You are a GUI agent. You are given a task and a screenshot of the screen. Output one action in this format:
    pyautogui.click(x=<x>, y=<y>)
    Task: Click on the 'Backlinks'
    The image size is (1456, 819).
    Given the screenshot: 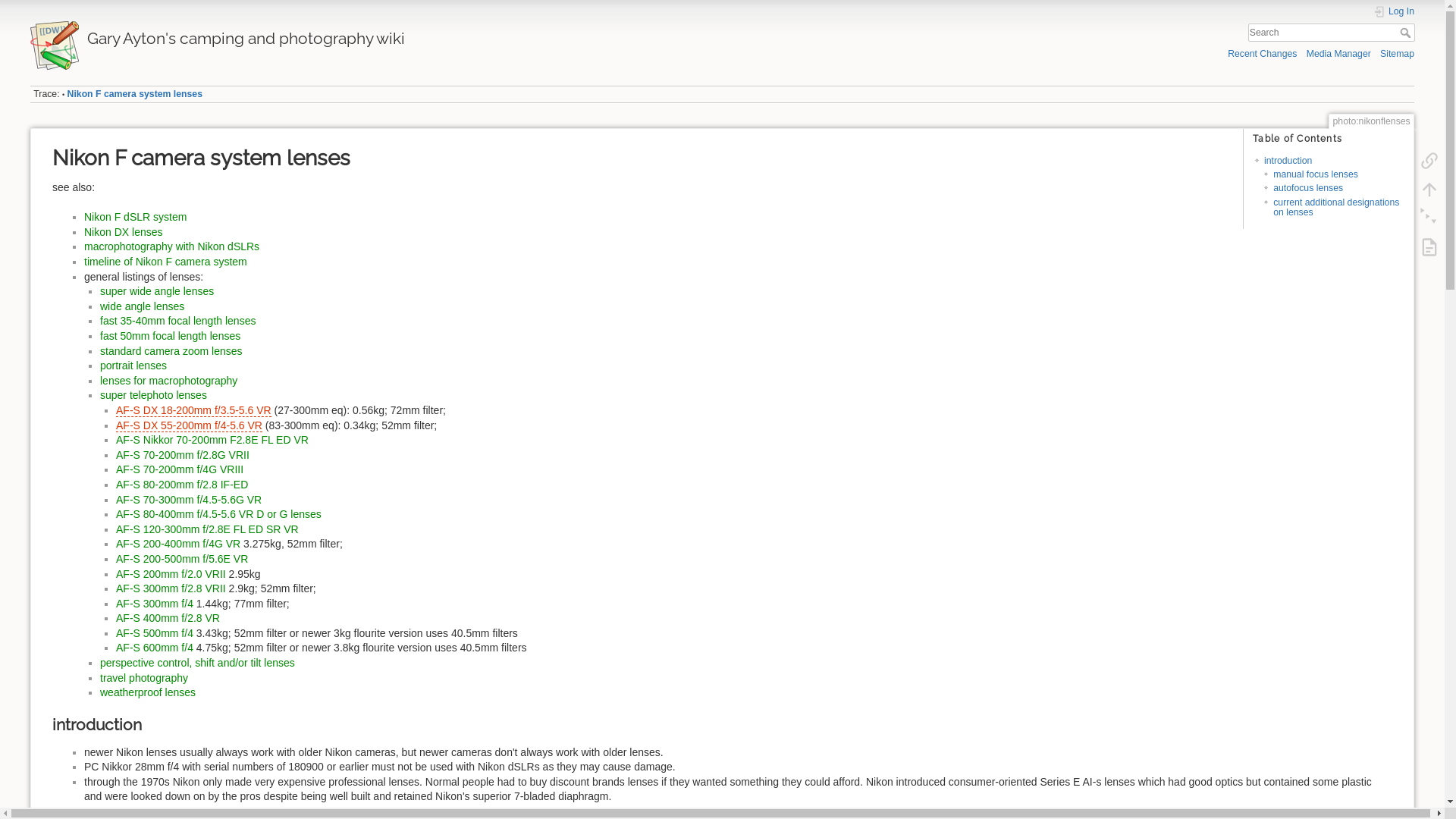 What is the action you would take?
    pyautogui.click(x=1411, y=161)
    